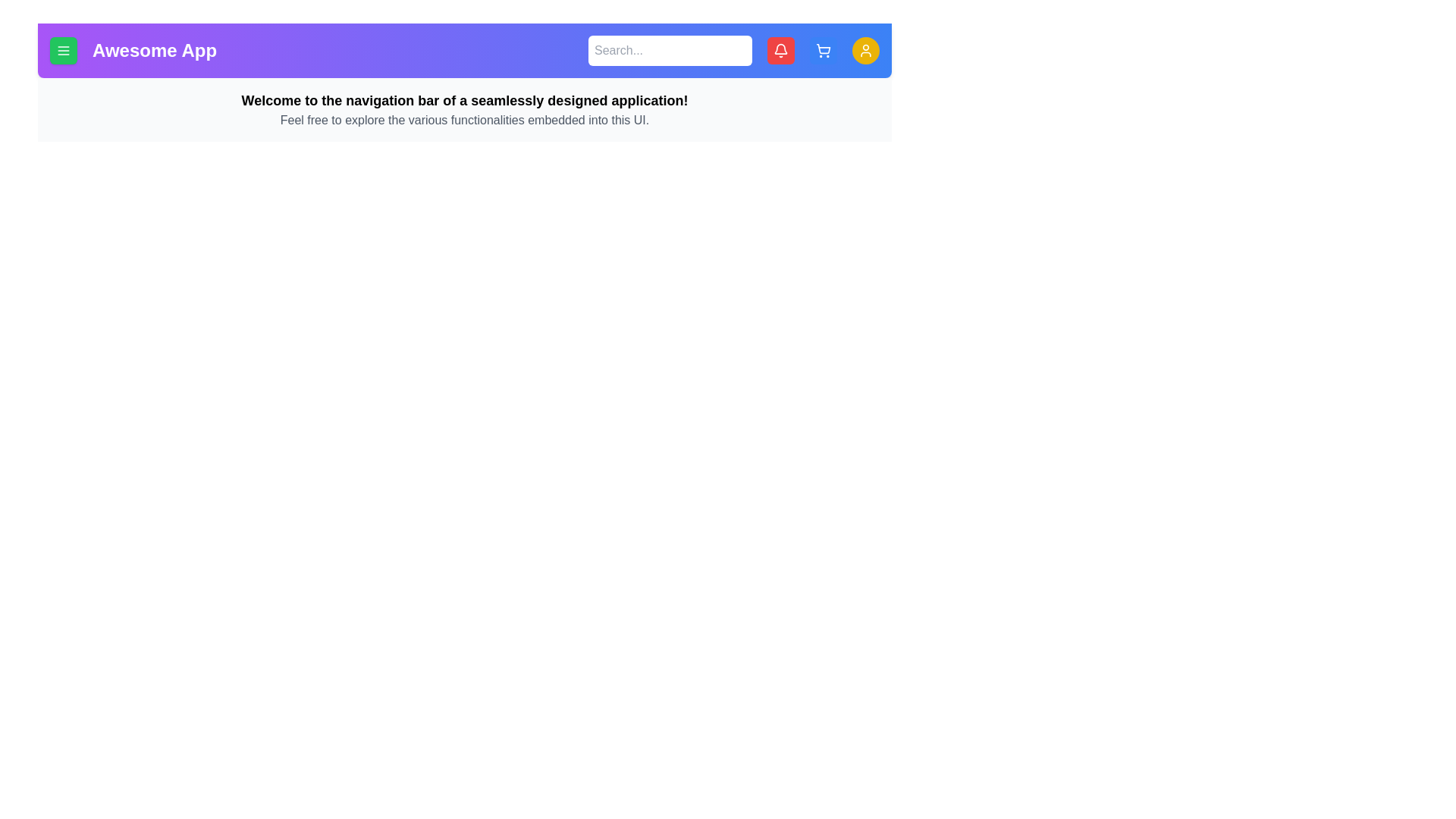  I want to click on the button with profile to view its hover effect, so click(866, 49).